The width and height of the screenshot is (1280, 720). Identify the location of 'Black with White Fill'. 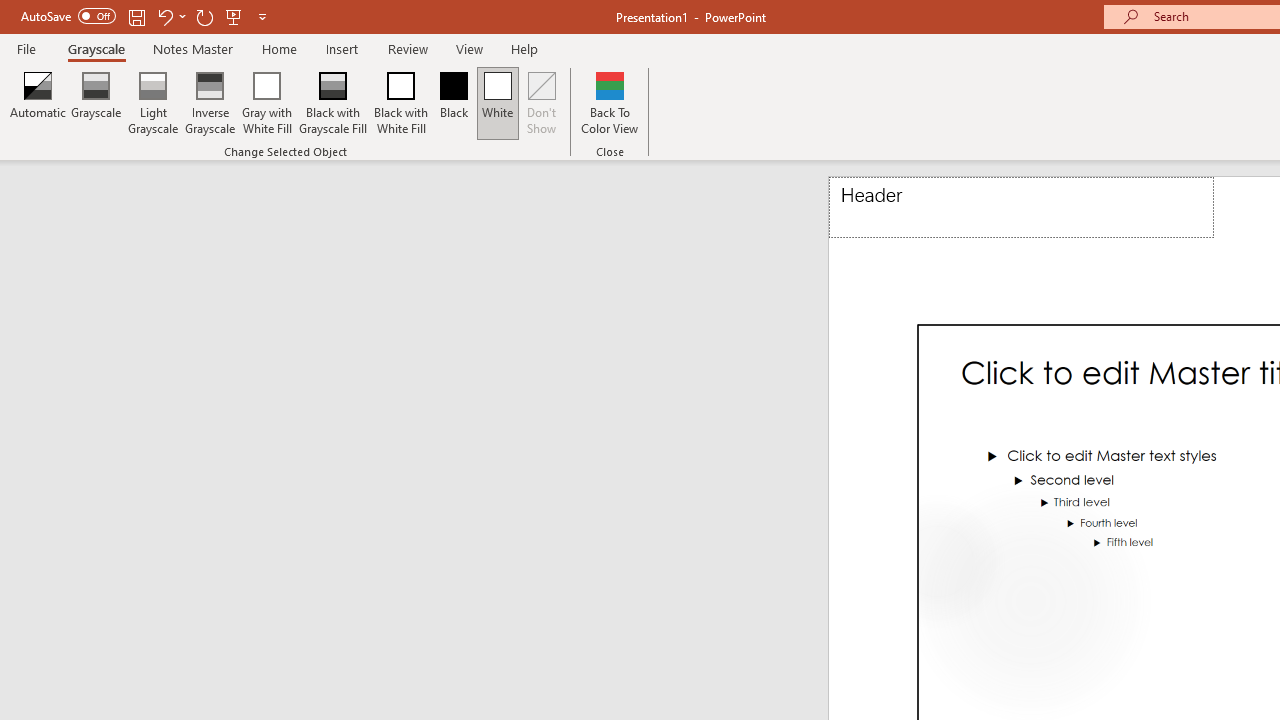
(400, 103).